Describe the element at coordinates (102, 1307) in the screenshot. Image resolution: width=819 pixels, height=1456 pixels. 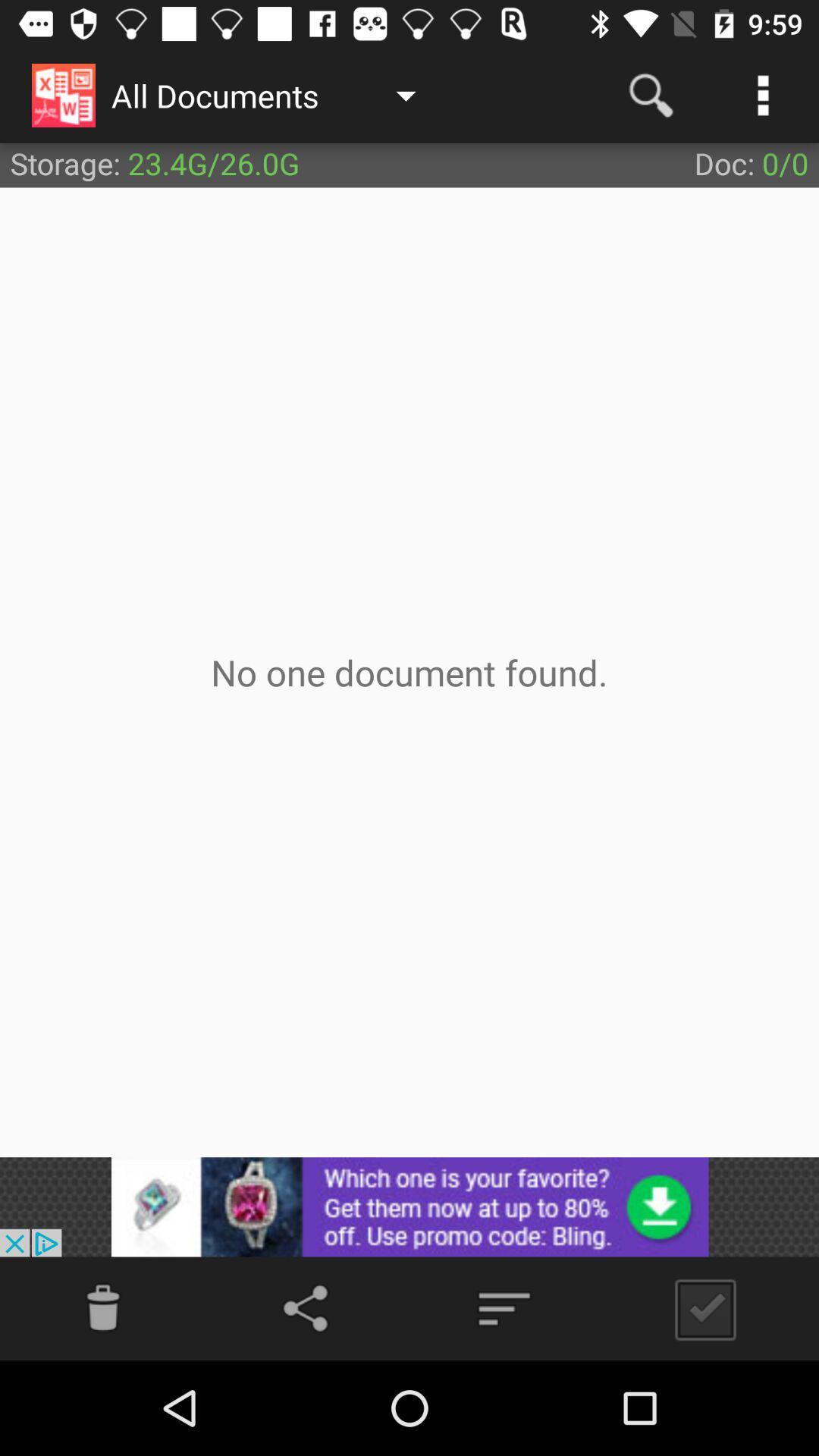
I see `the info icon` at that location.